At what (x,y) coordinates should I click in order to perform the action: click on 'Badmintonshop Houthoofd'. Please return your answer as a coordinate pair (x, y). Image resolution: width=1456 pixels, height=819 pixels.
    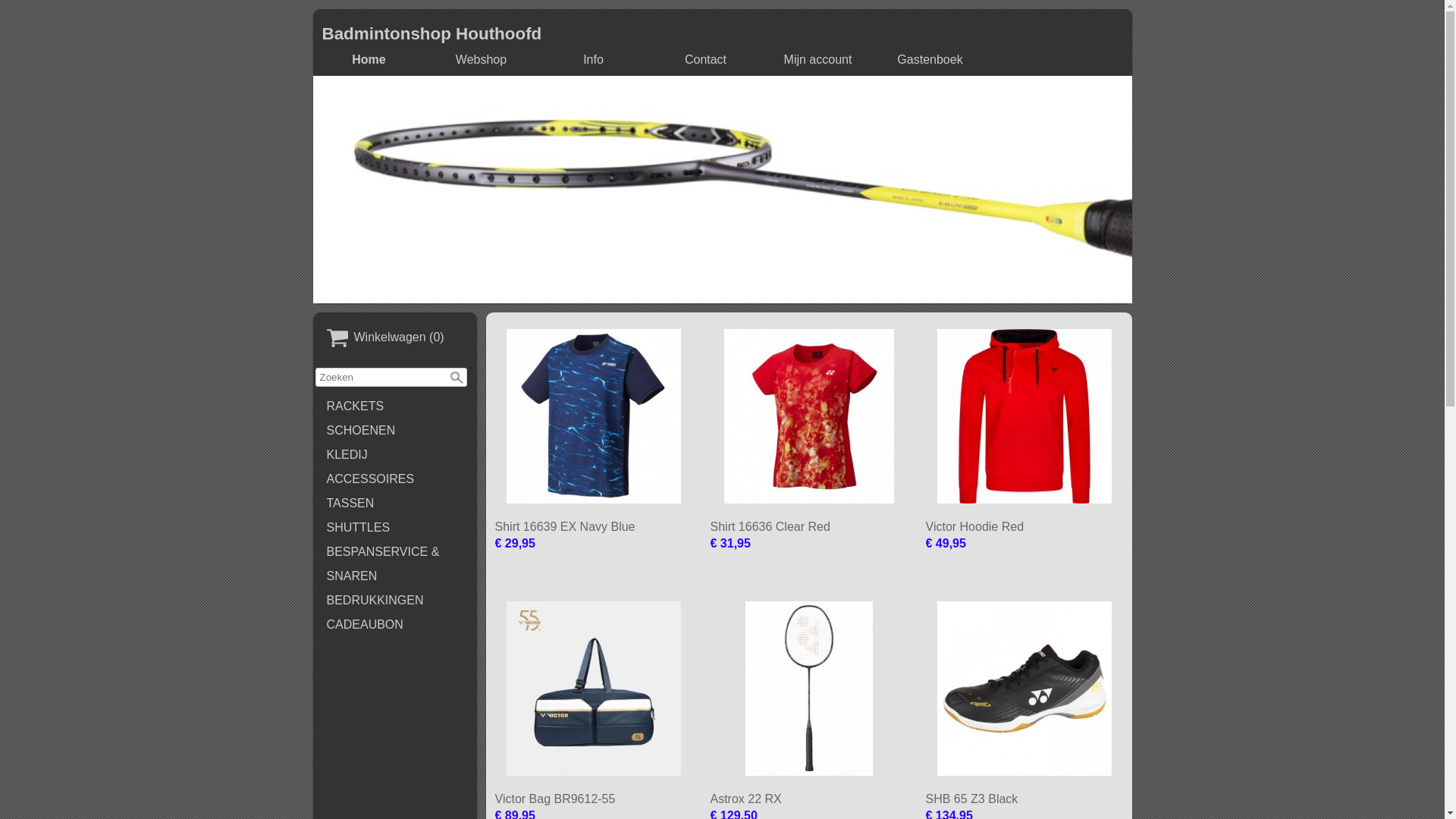
    Looking at the image, I should click on (431, 33).